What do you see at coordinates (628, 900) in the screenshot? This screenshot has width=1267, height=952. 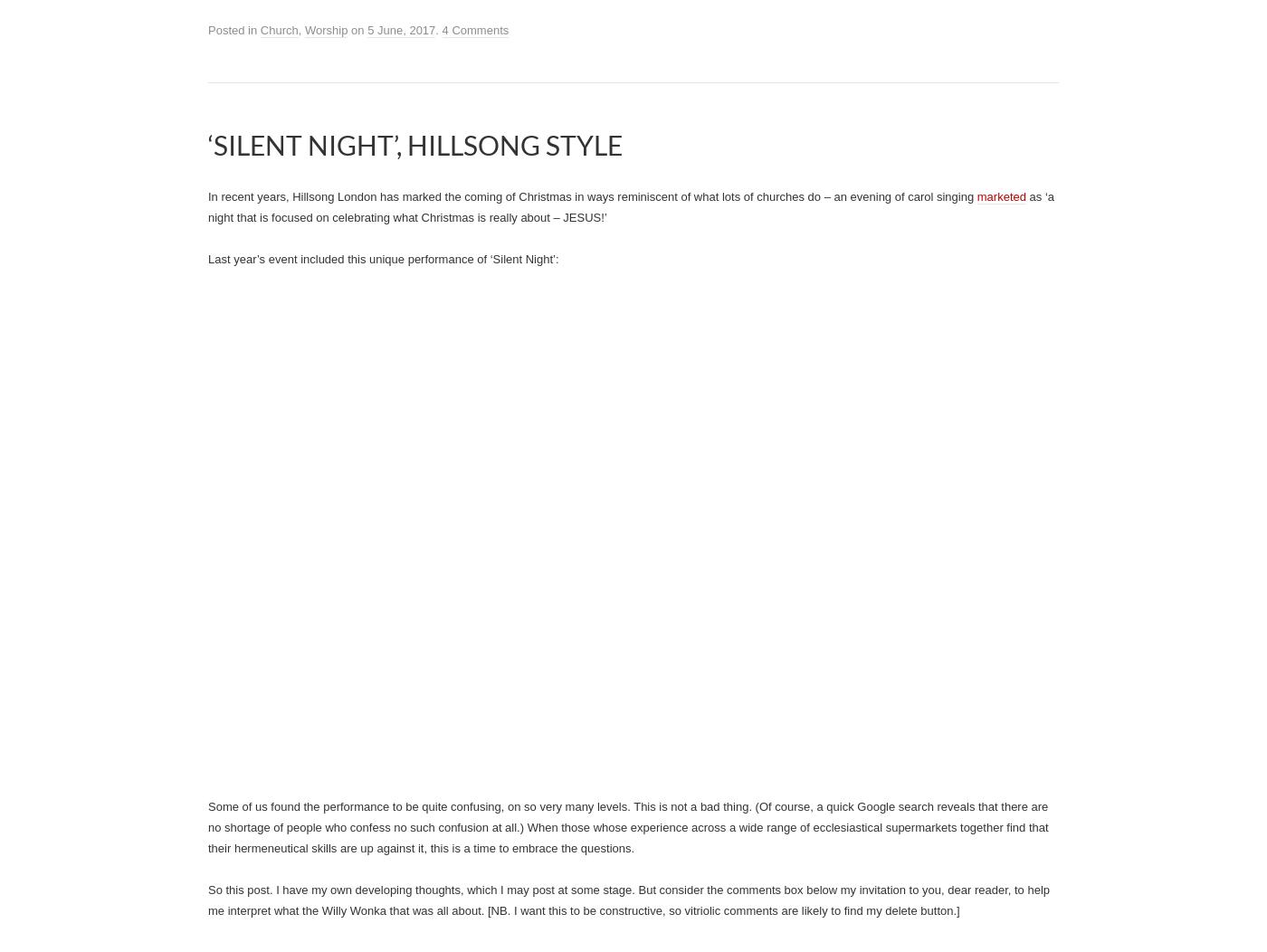 I see `'So this post. I have my own developing thoughts, which I may post at some stage. But consider the comments box below my invitation to you, dear reader, to help me interpret what the Willy Wonka that was all about. [NB. I want this to be constructive, so vitriolic comments are likely to find my delete button.]'` at bounding box center [628, 900].